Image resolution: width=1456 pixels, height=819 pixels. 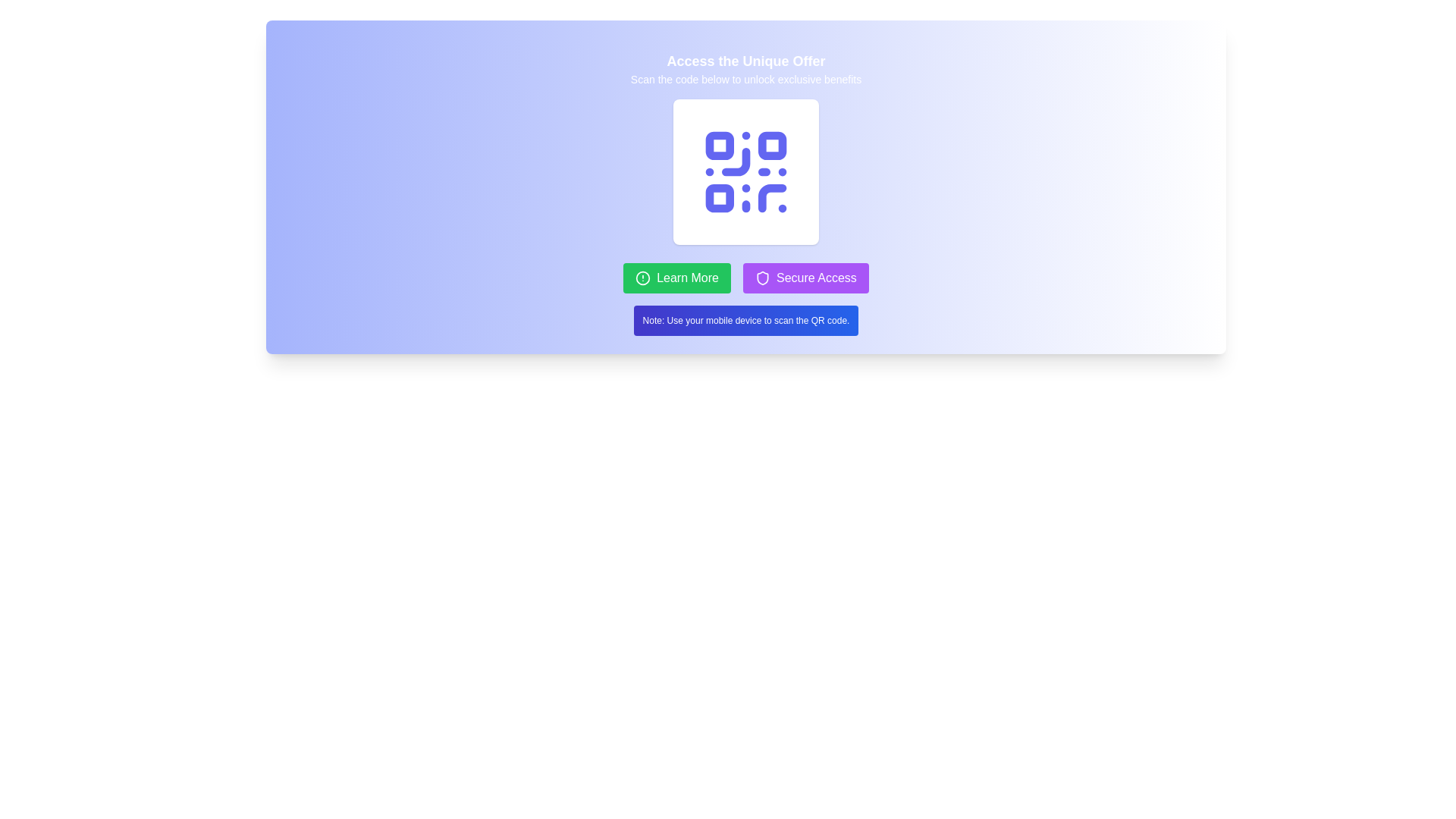 What do you see at coordinates (745, 79) in the screenshot?
I see `the text instruction that reads 'Scan the code below to unlock exclusive benefits.' which is located immediately below the title 'Access the Unique Offer'` at bounding box center [745, 79].